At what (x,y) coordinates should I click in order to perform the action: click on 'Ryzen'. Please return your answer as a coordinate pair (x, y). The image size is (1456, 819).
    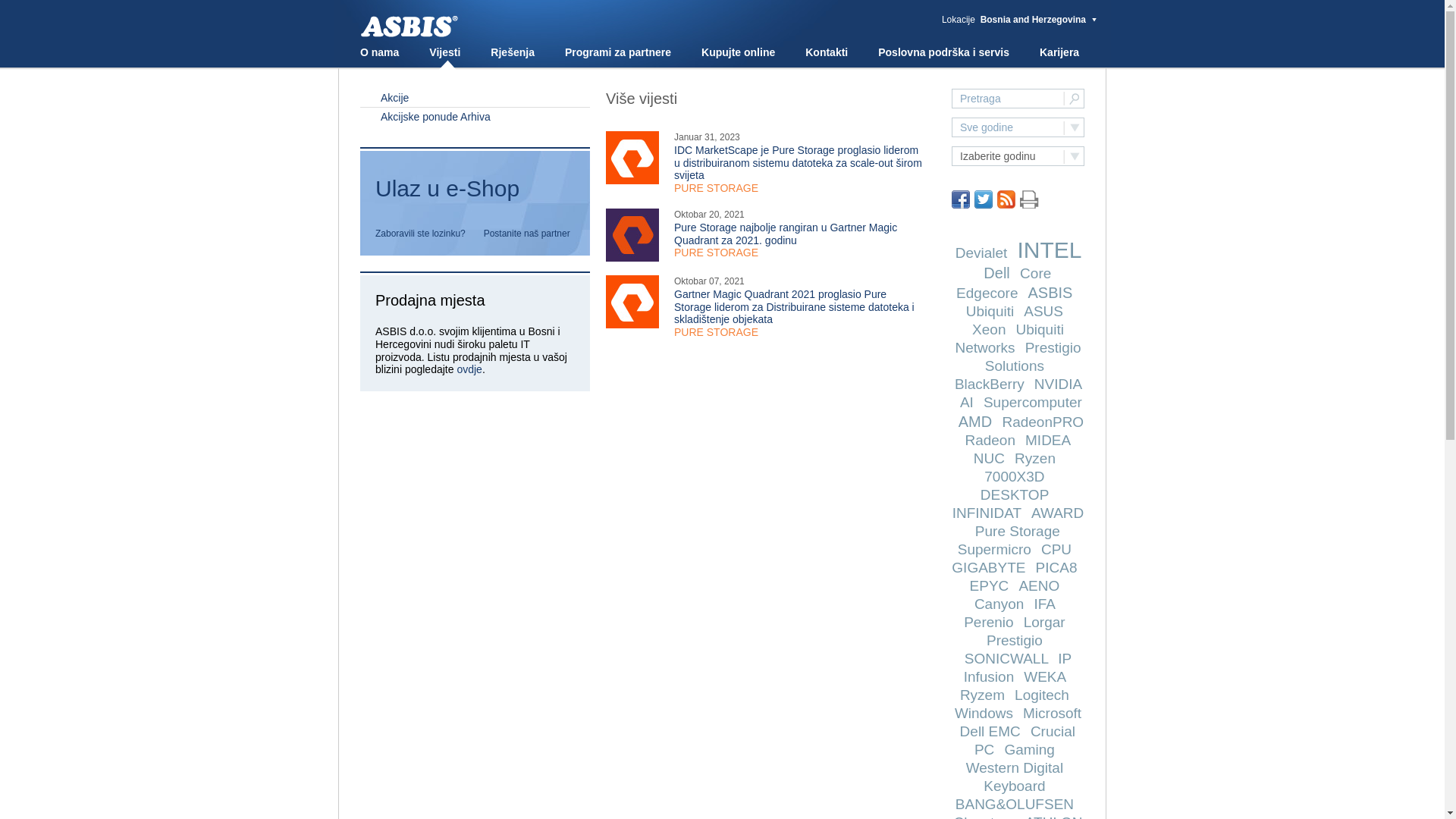
    Looking at the image, I should click on (1034, 457).